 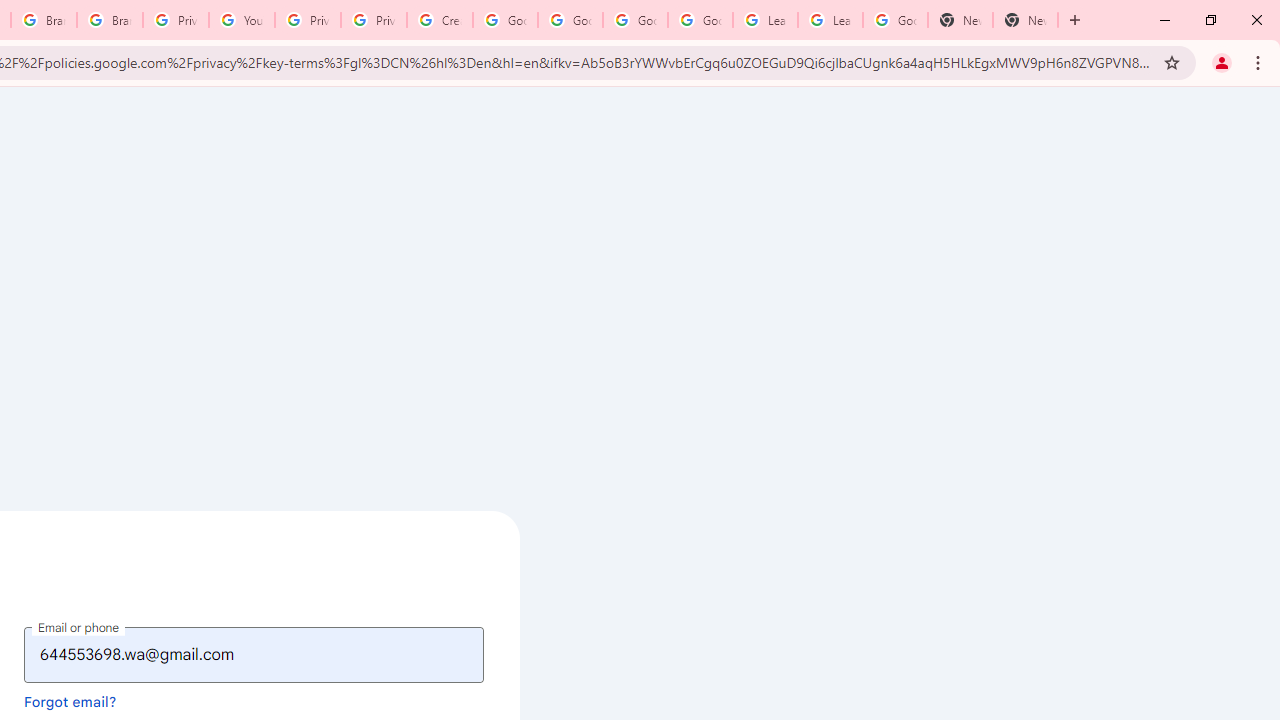 What do you see at coordinates (240, 20) in the screenshot?
I see `'YouTube'` at bounding box center [240, 20].